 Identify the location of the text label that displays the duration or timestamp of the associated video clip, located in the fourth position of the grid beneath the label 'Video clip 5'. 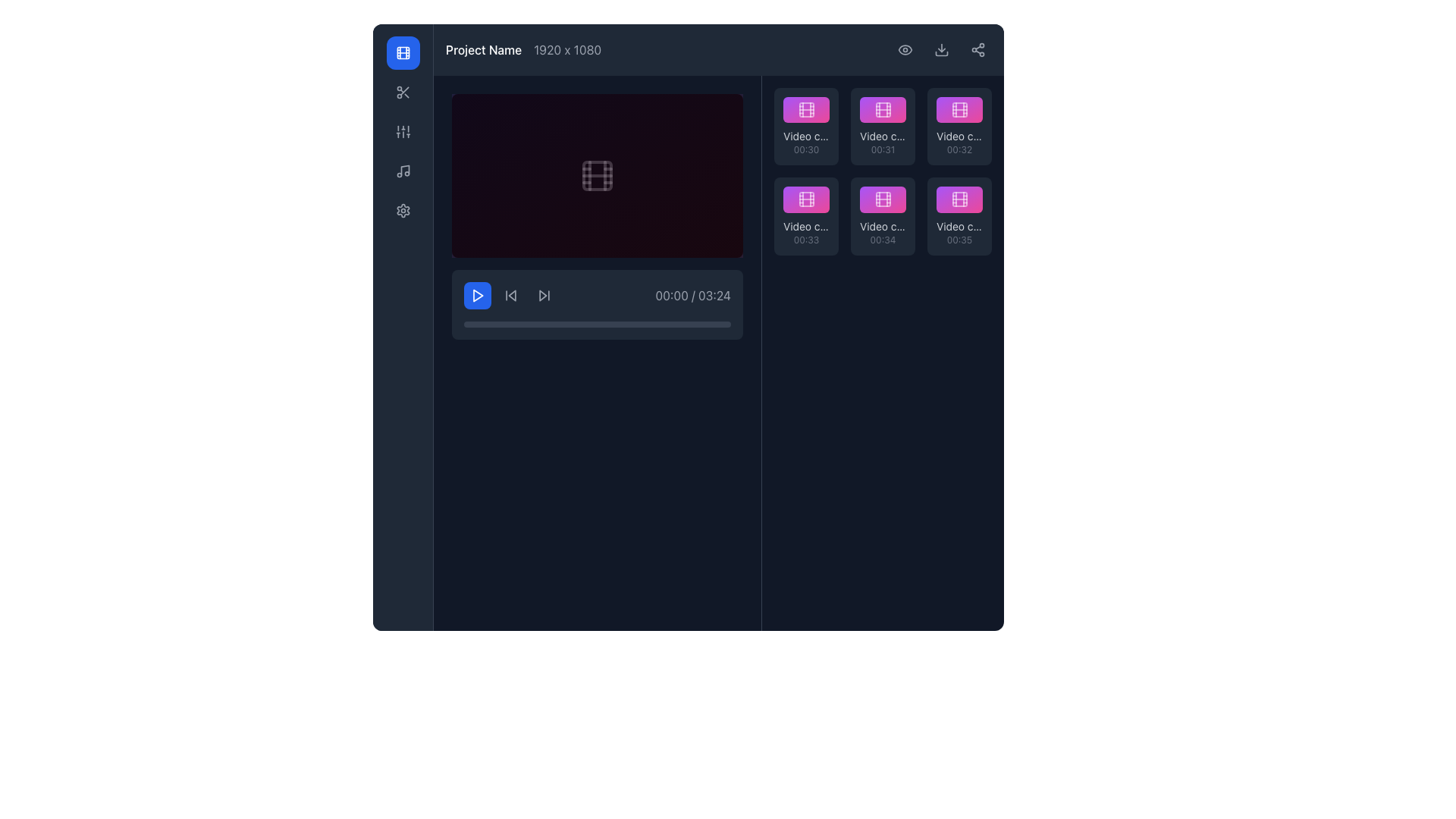
(883, 239).